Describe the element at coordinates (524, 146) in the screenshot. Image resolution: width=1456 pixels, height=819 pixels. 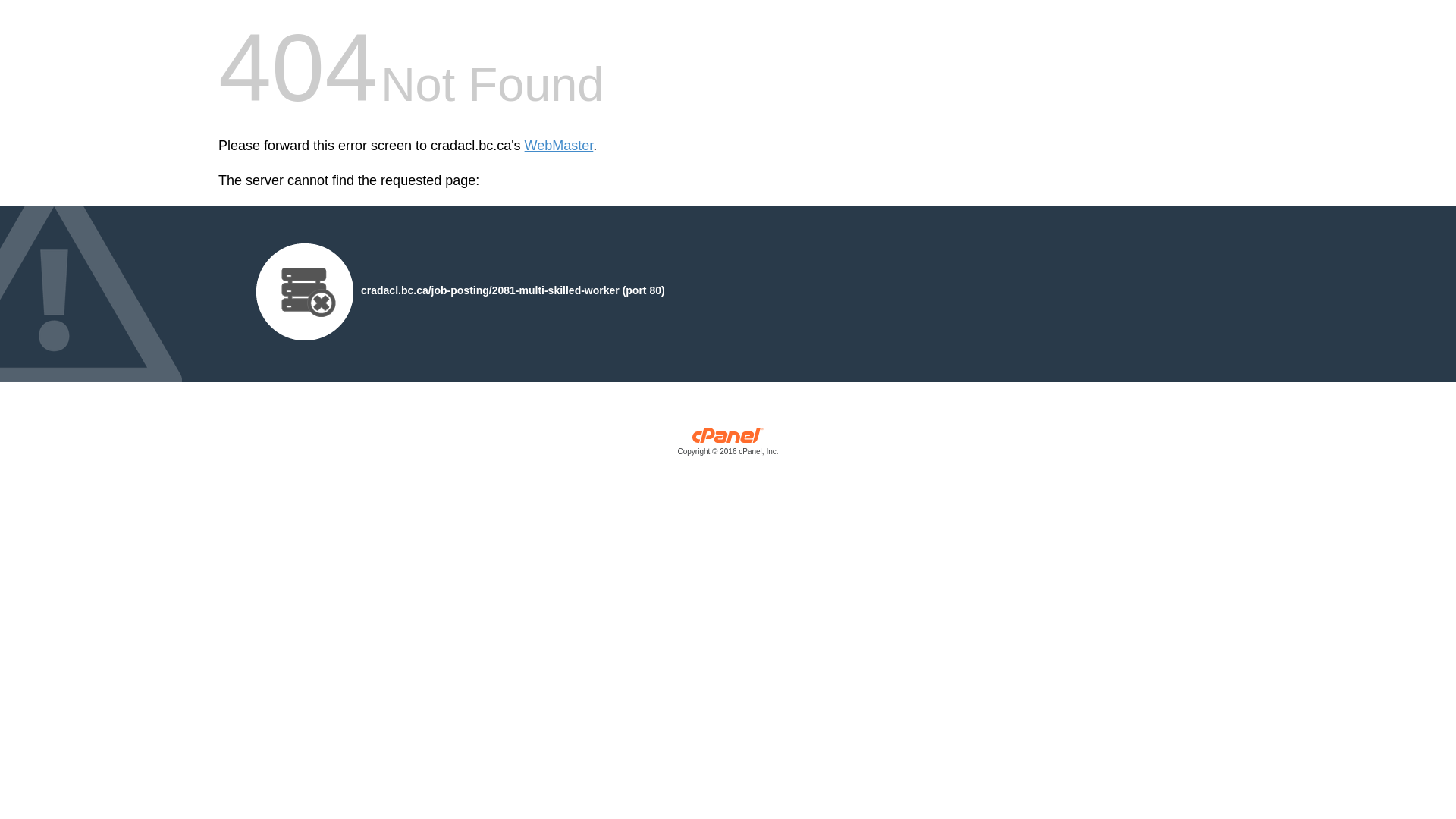
I see `'WebMaster'` at that location.